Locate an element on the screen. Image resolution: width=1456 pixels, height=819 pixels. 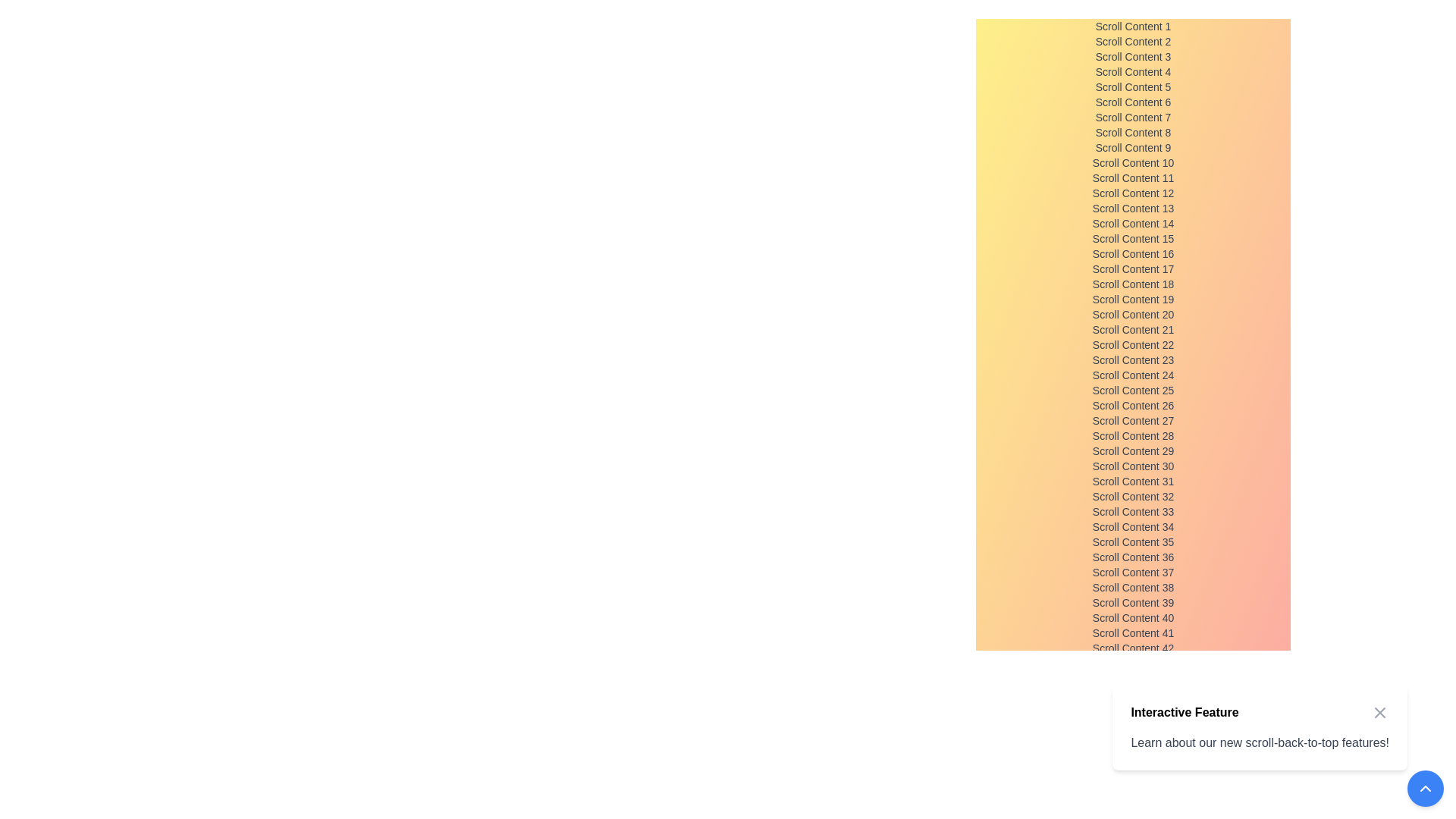
the second text label in the scrollable list that conveys information to the user is located at coordinates (1133, 40).